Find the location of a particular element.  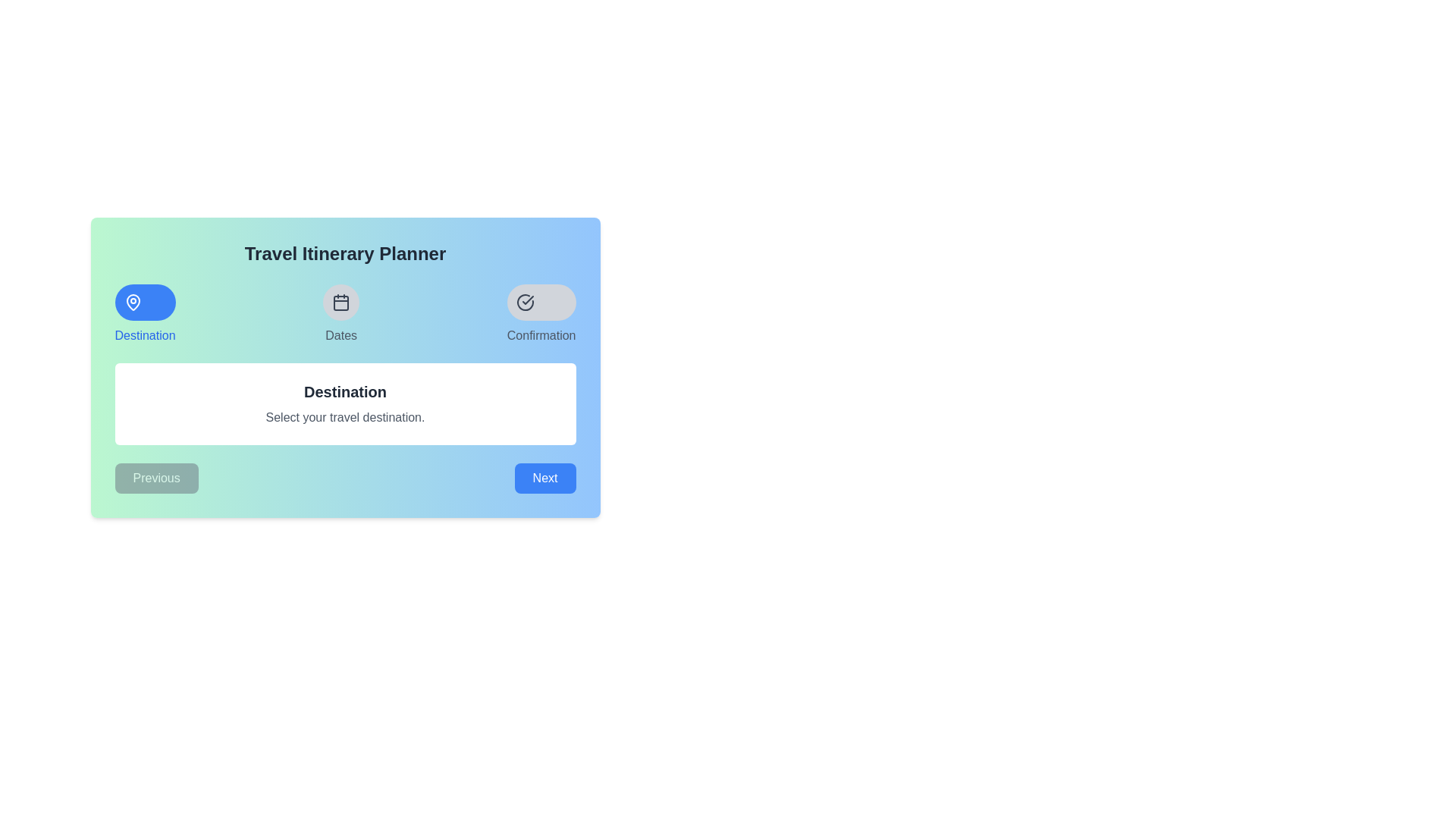

the 'Previous' button is located at coordinates (156, 479).